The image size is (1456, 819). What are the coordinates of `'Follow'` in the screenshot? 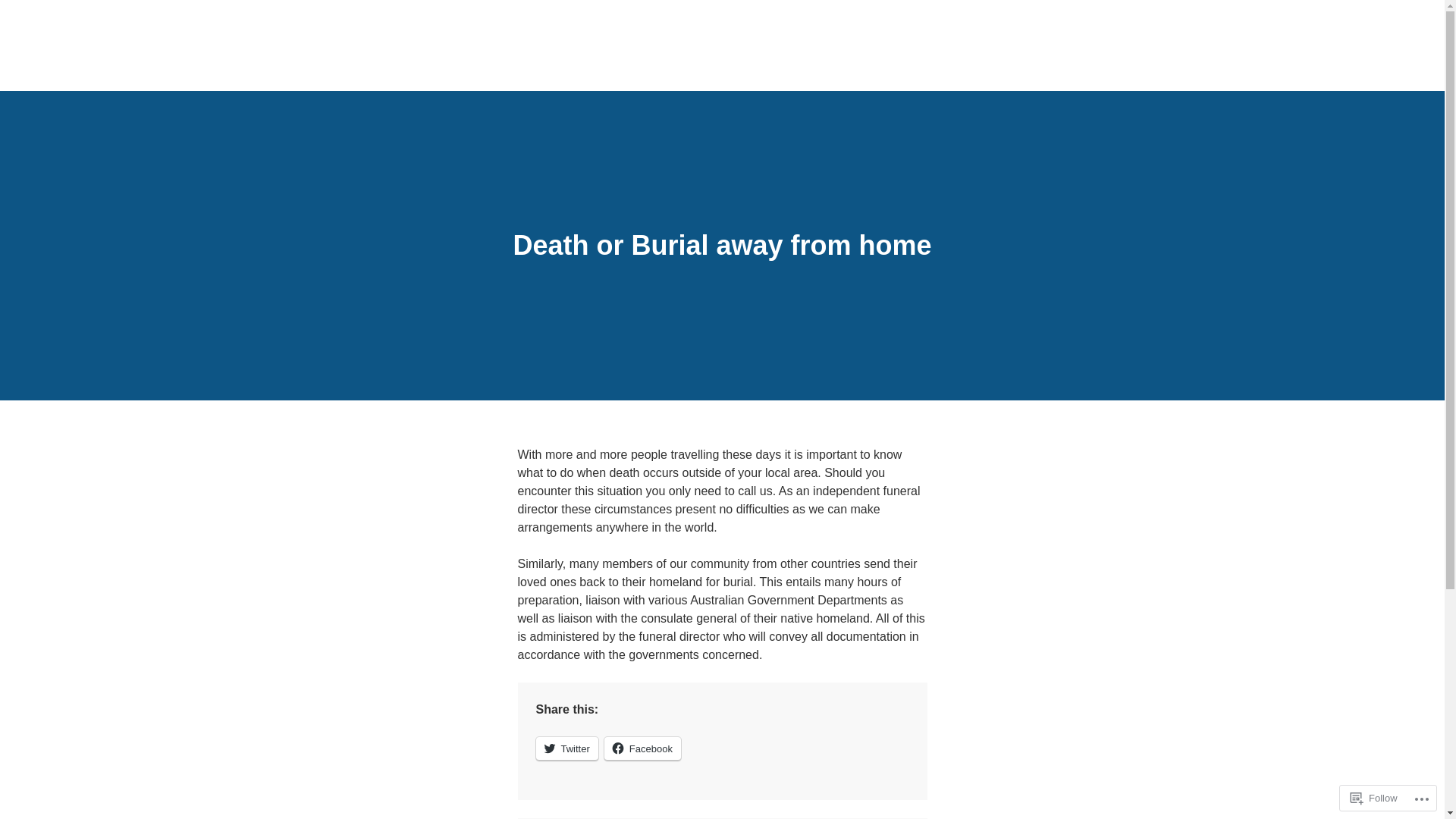 It's located at (1374, 797).